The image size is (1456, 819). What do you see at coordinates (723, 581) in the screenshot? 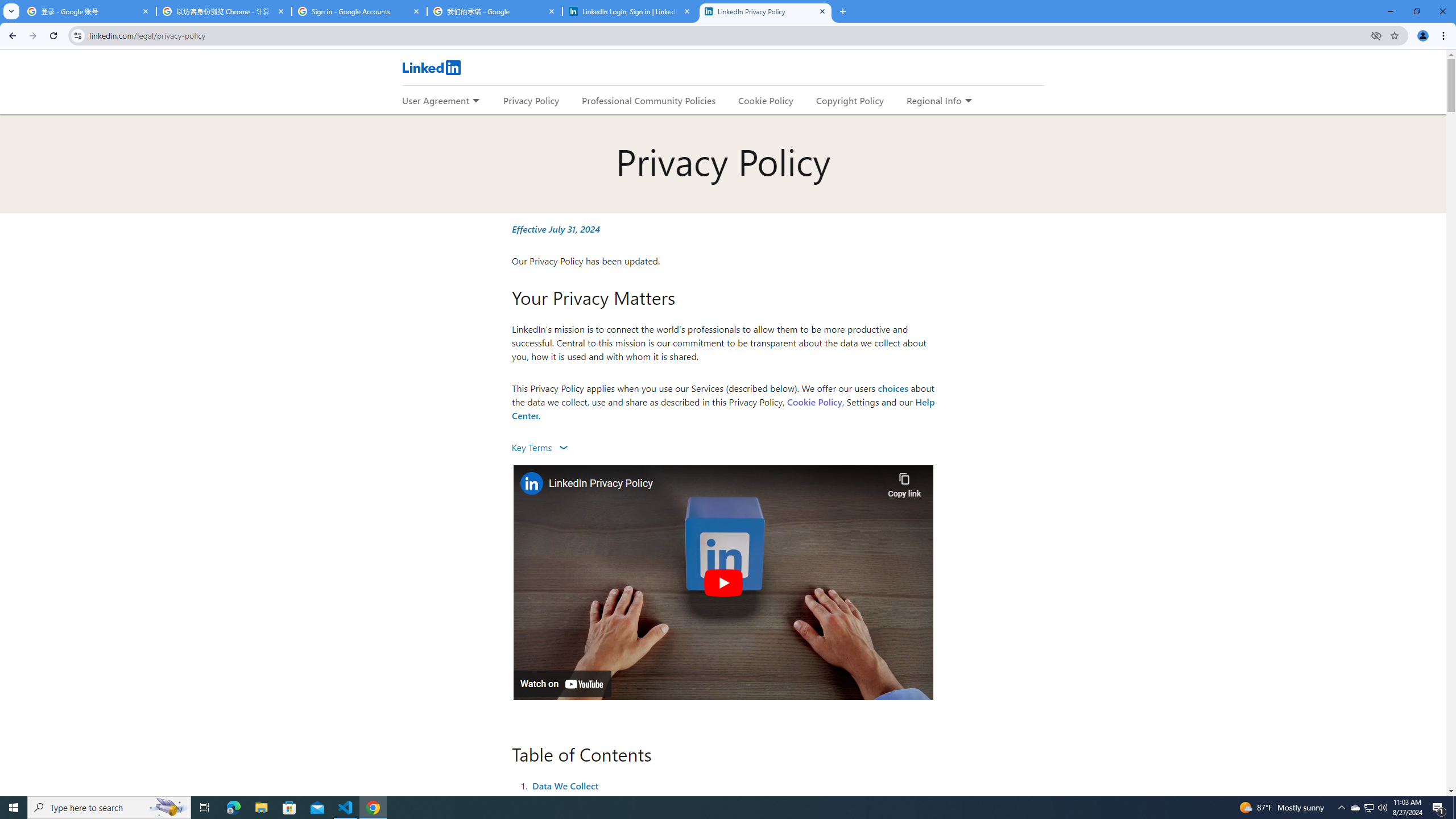
I see `'Play'` at bounding box center [723, 581].